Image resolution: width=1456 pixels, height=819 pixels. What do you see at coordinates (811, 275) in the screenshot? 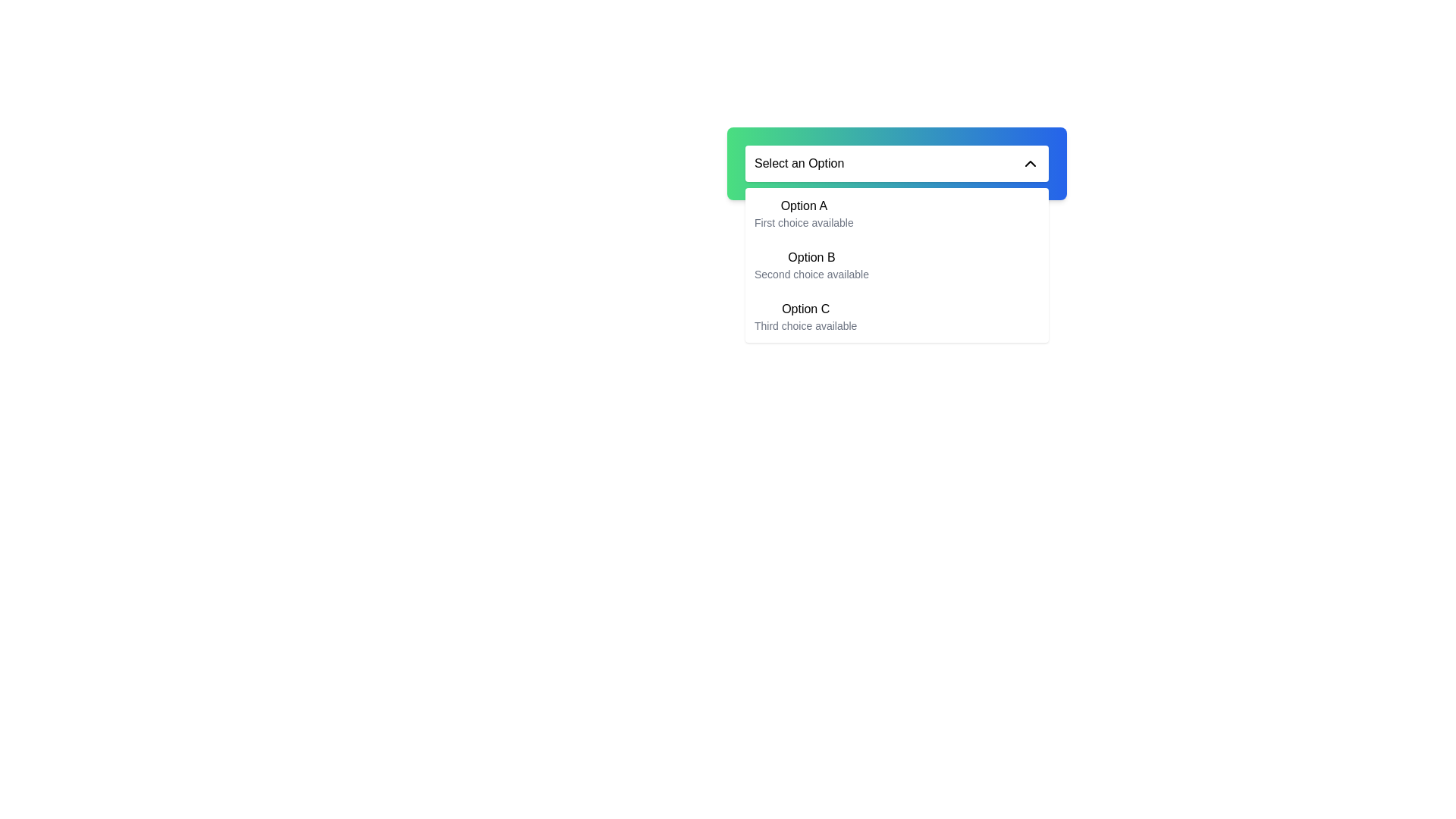
I see `the static text label that provides additional information for 'Option B', which is located below the main title 'Option B' in the dropdown menu` at bounding box center [811, 275].